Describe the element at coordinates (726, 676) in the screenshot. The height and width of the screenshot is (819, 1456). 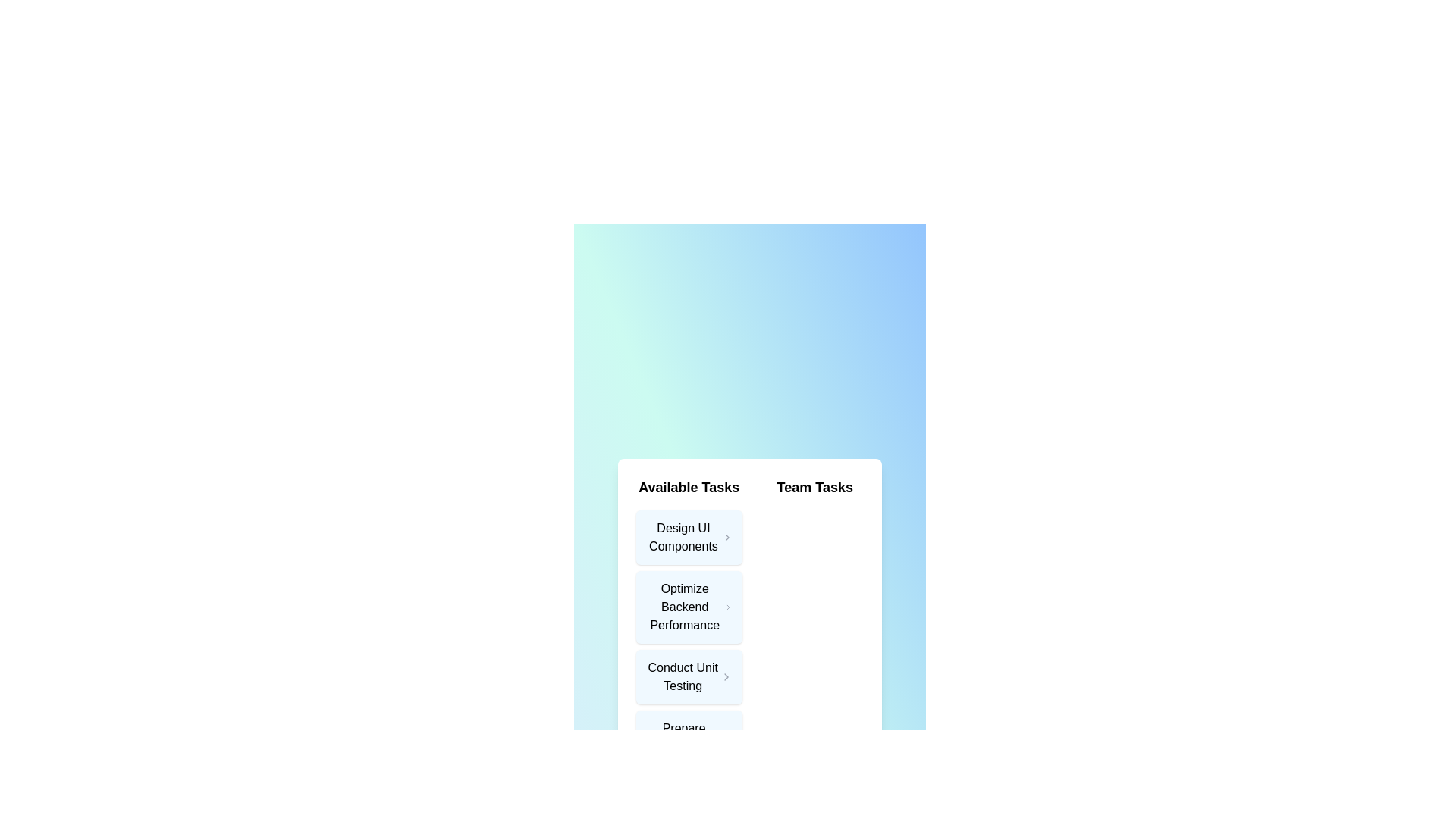
I see `chevron icon next to the task 'Conduct Unit Testing' to move it from 'Team Tasks' to 'Available Tasks'` at that location.